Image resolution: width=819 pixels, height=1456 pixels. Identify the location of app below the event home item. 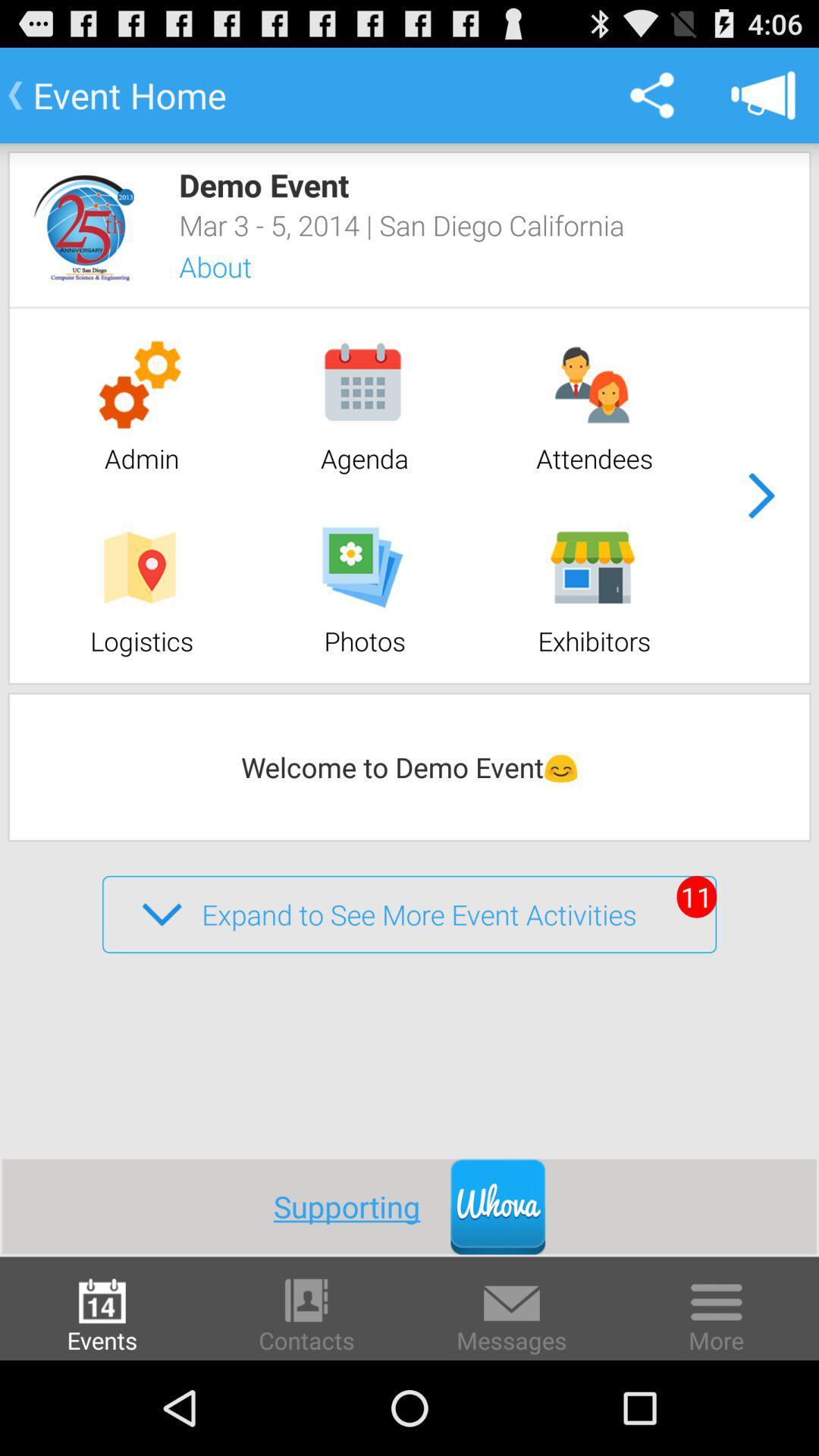
(84, 227).